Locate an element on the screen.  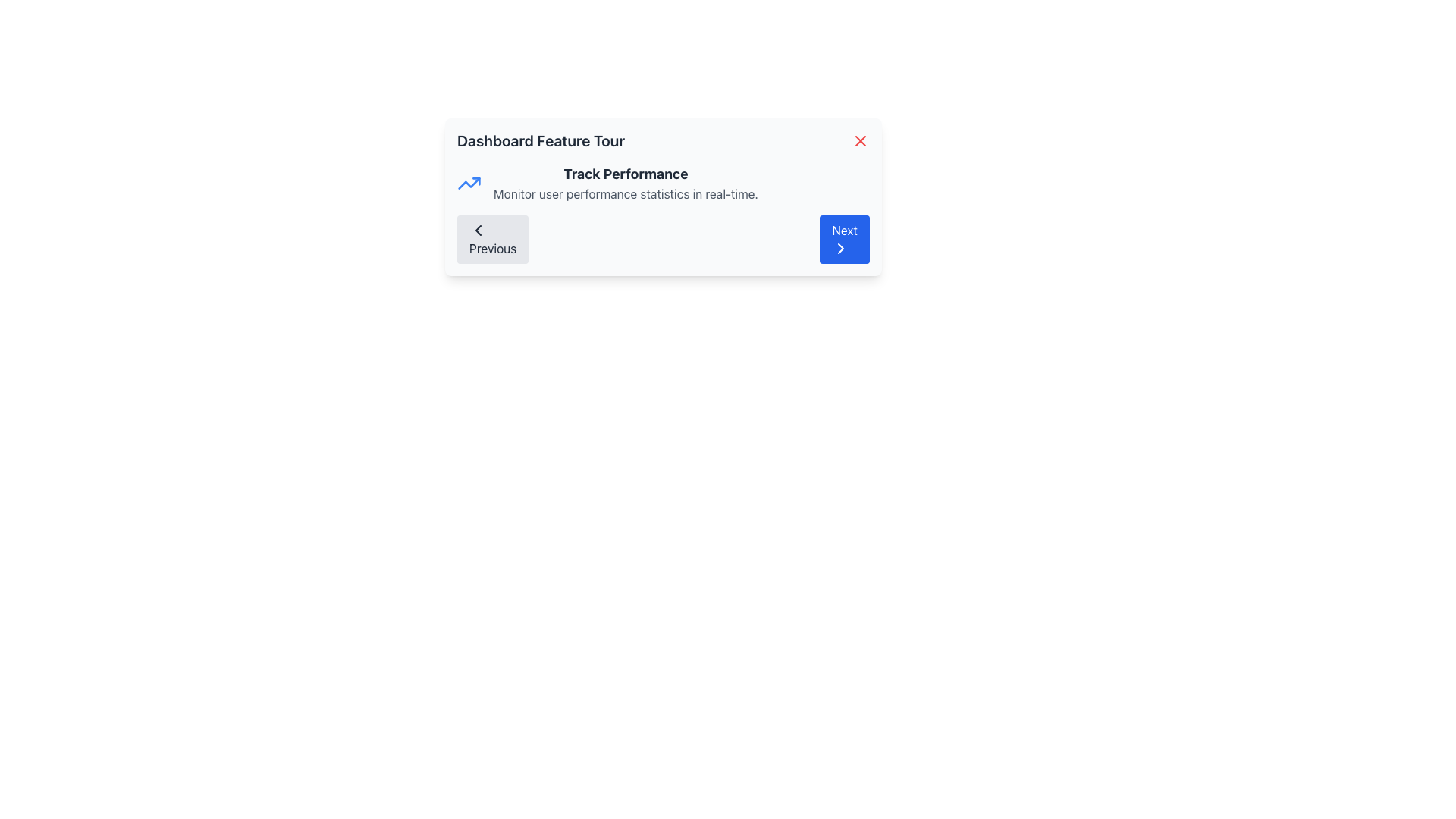
the 'Previous' button, which is a light gray rectangular button with rounded corners and a leftward-pointing chevron icon is located at coordinates (493, 239).